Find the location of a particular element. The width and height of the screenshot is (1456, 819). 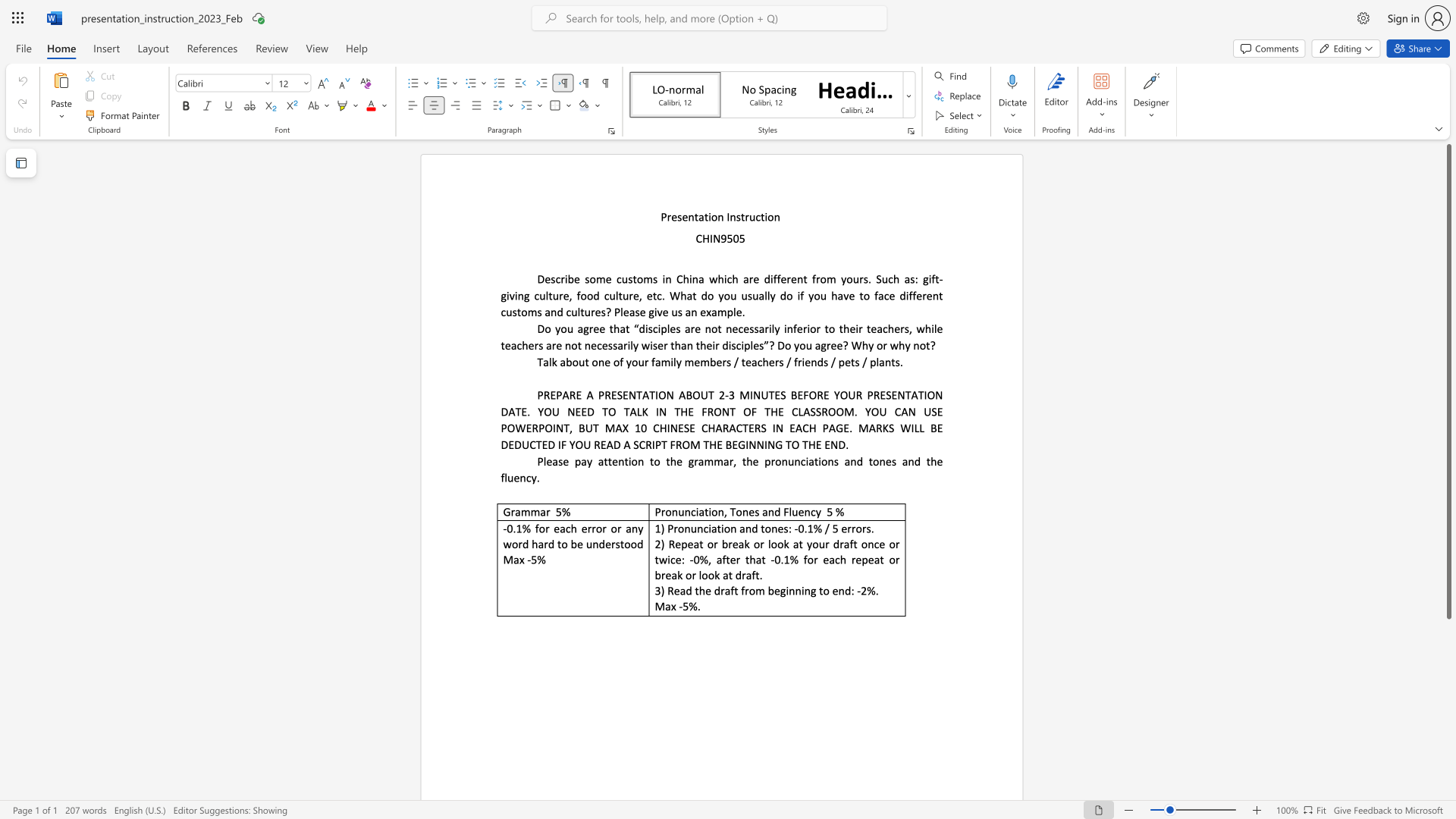

the scrollbar on the right to move the page downward is located at coordinates (1448, 795).